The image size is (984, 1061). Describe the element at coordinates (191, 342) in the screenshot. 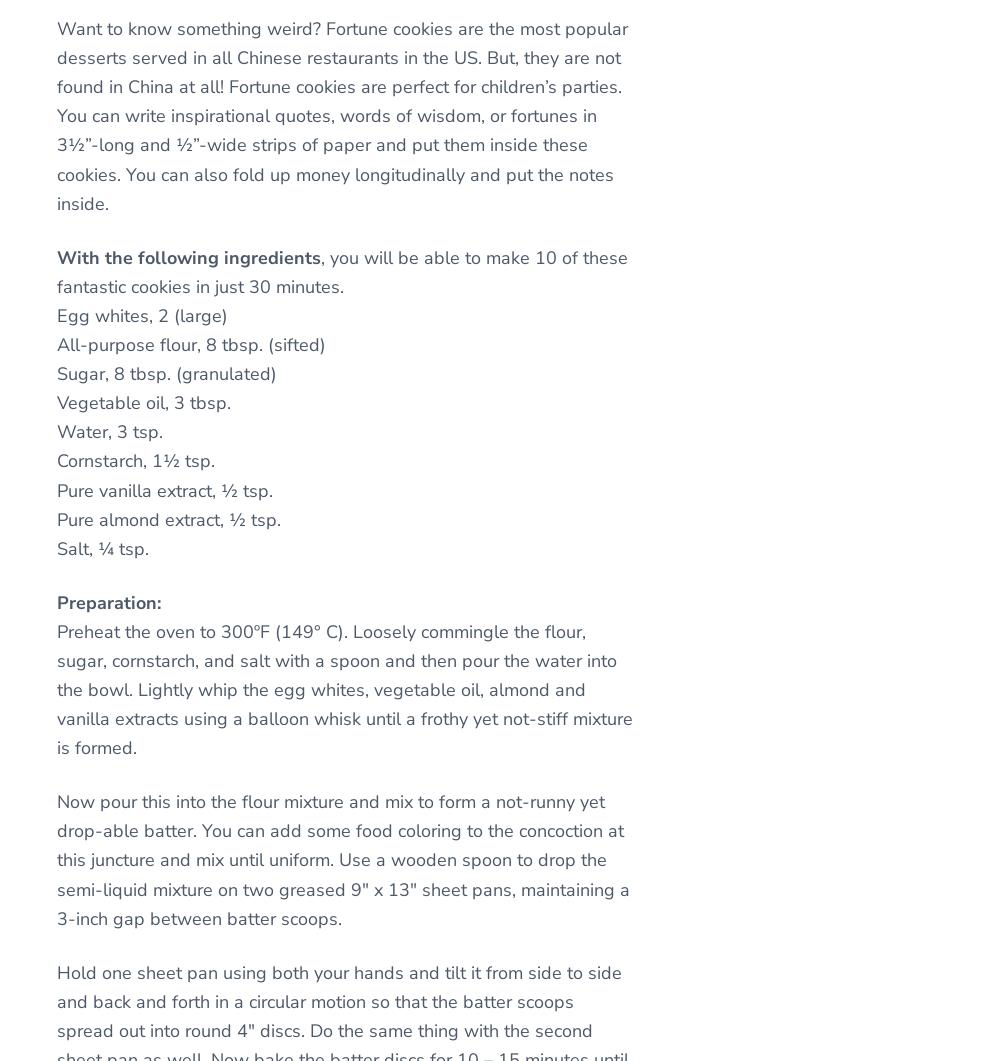

I see `'All-purpose flour, 8 tbsp. (sifted)'` at that location.